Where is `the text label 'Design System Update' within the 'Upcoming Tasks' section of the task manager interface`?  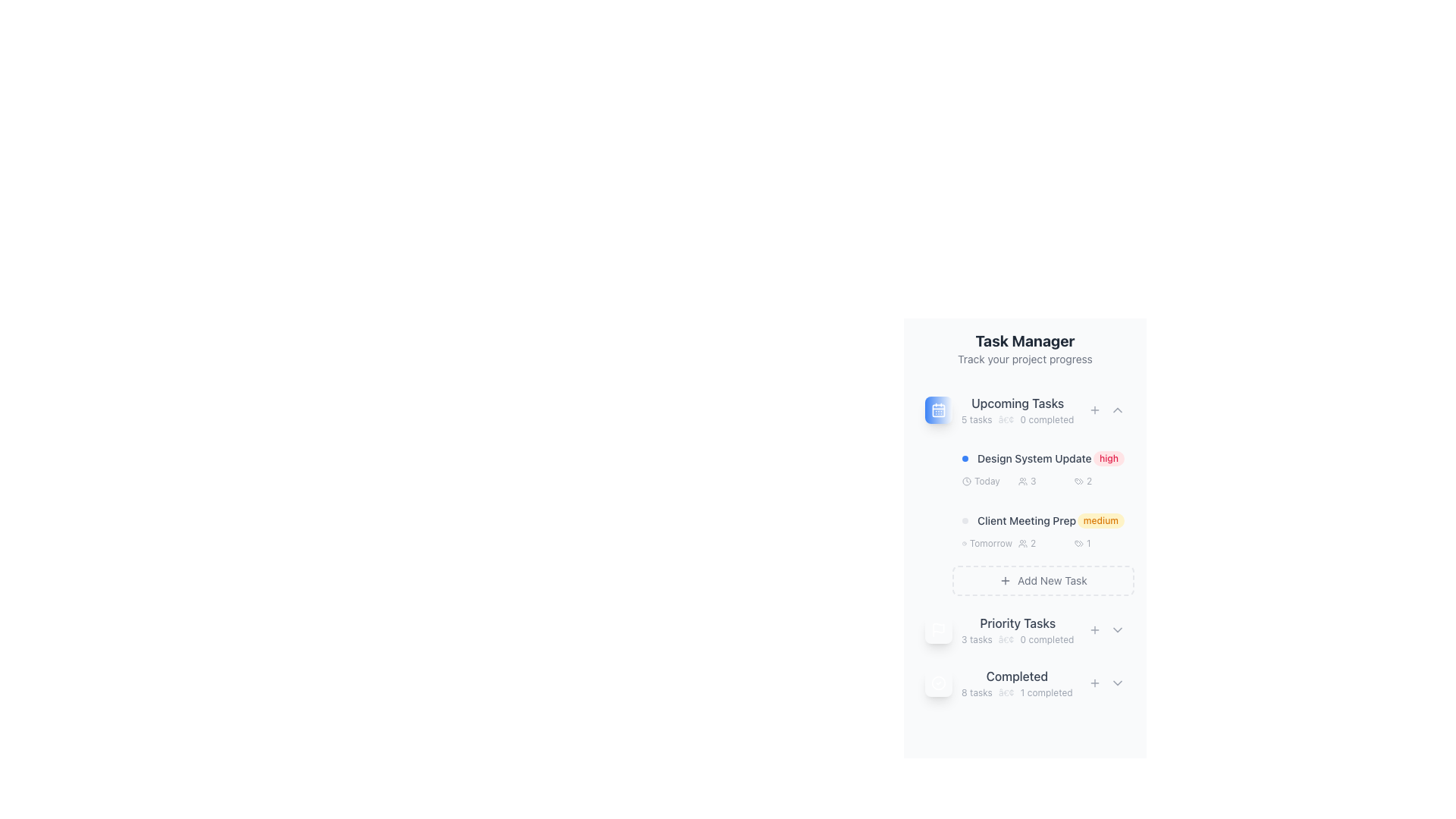 the text label 'Design System Update' within the 'Upcoming Tasks' section of the task manager interface is located at coordinates (1034, 458).